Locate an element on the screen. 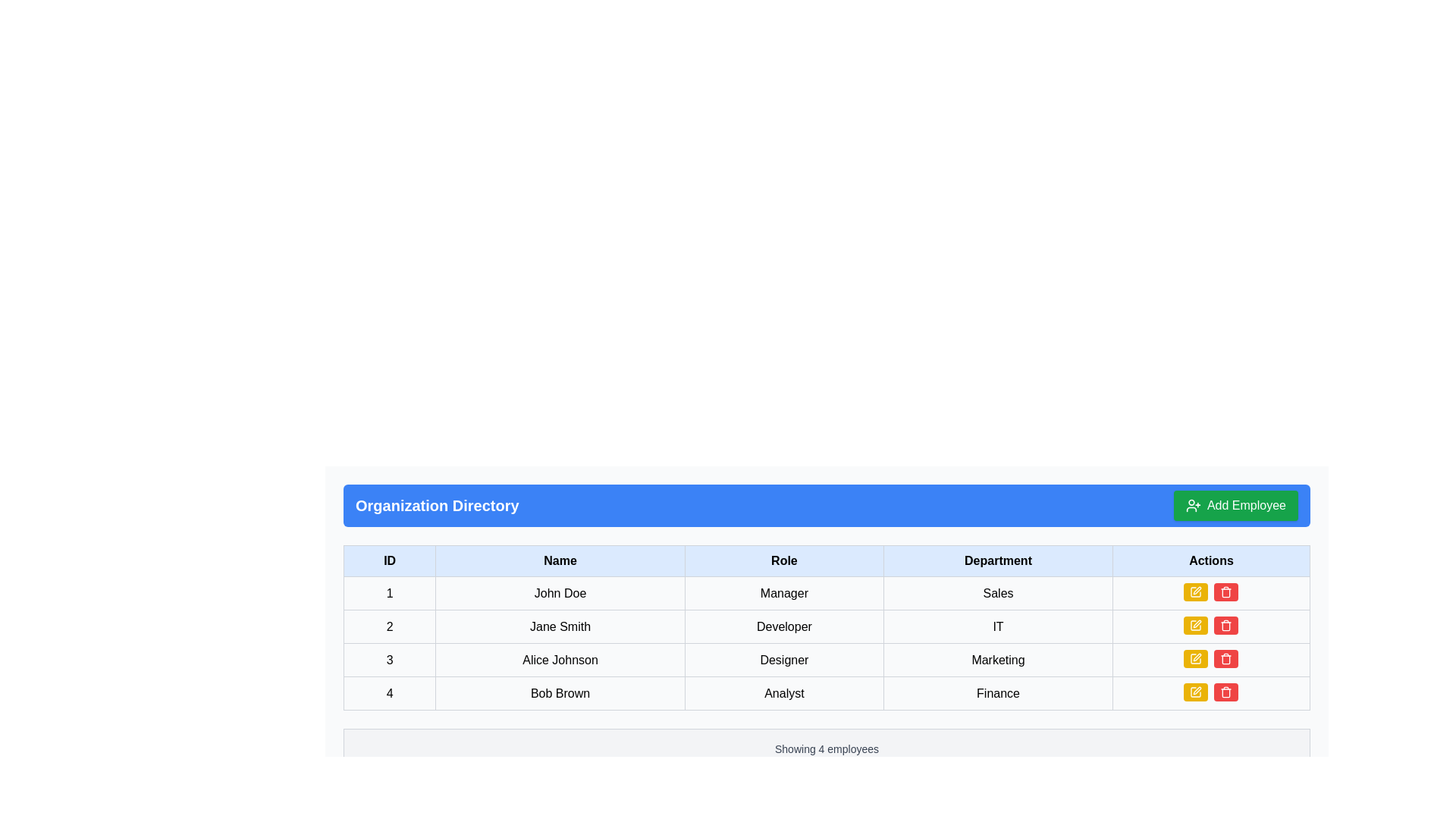  the 'Finance' text cell element located in the fourth row and fourth column of a table is located at coordinates (998, 693).